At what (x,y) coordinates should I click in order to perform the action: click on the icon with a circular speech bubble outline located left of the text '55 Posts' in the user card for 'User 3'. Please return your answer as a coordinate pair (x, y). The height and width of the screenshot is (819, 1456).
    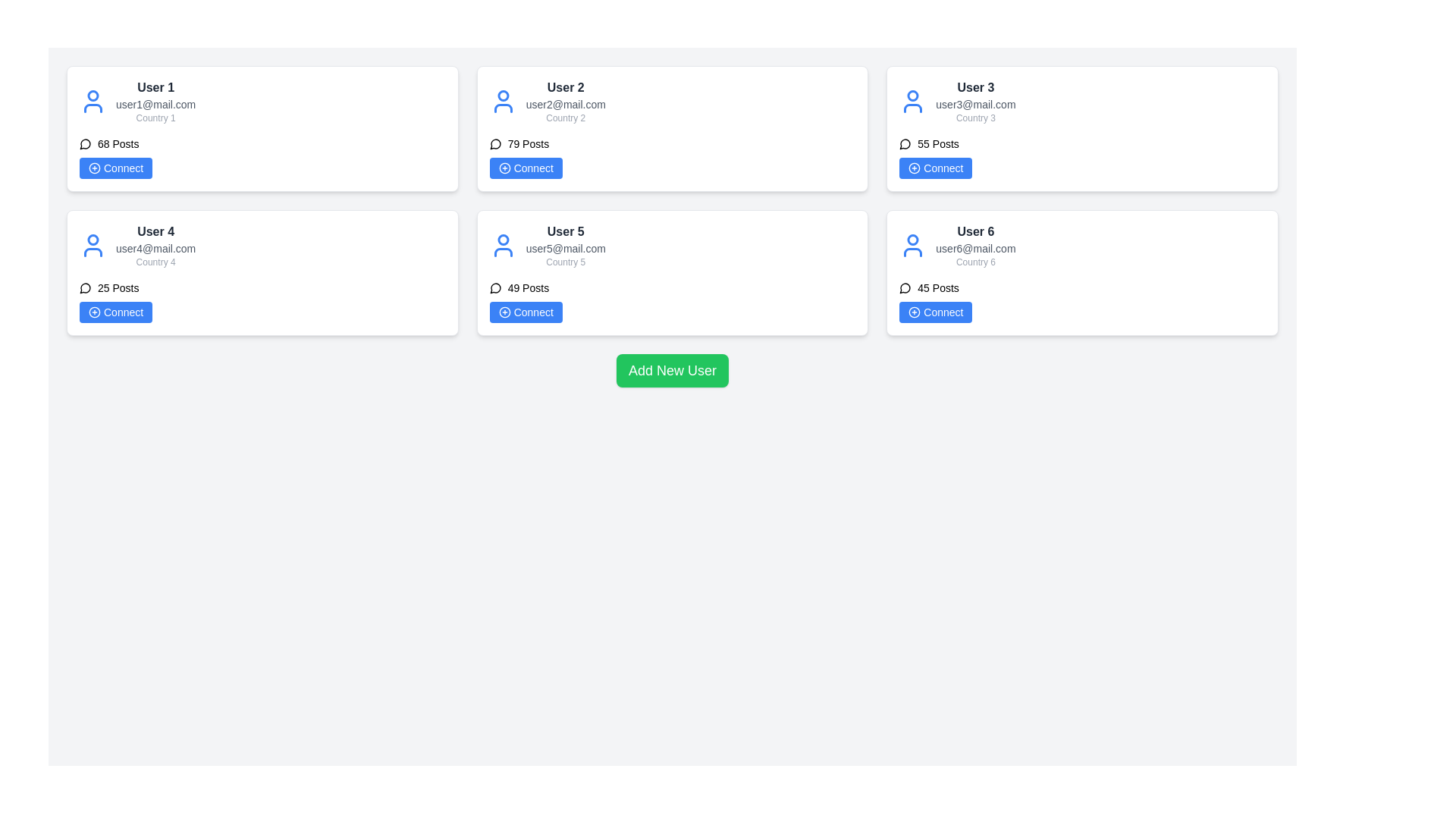
    Looking at the image, I should click on (905, 143).